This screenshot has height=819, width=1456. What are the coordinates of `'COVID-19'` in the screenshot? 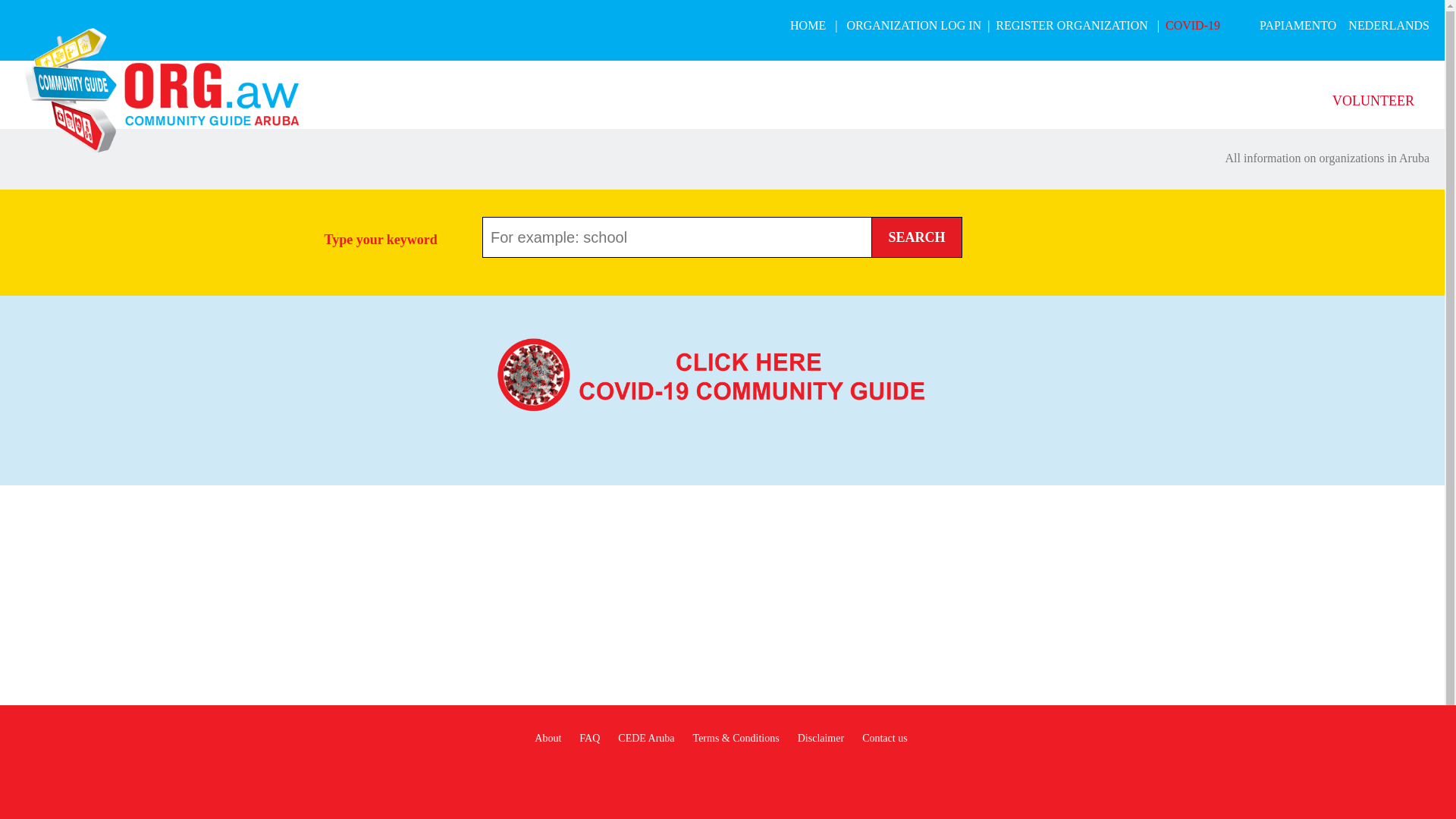 It's located at (1164, 25).